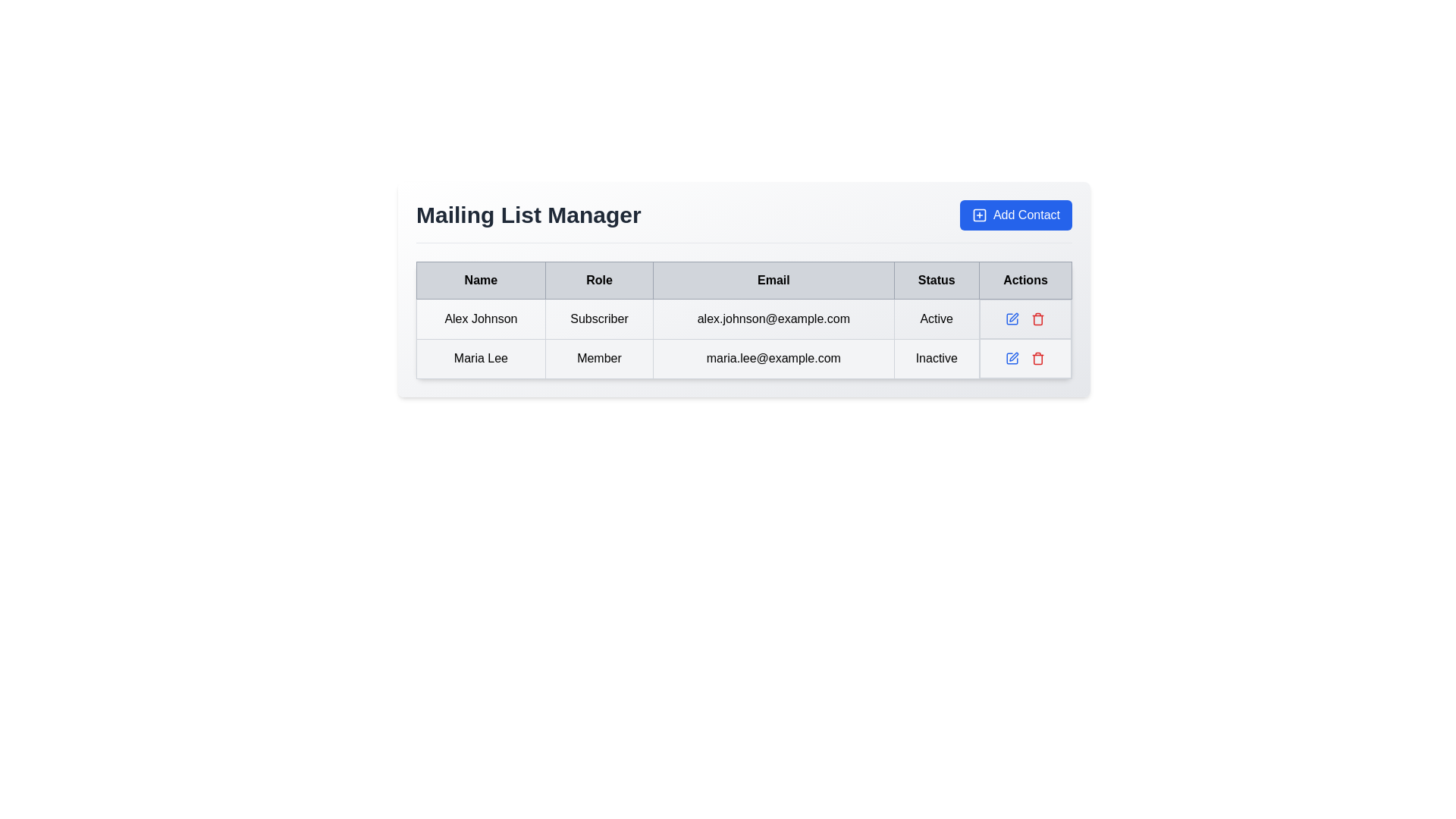 The image size is (1456, 819). What do you see at coordinates (773, 281) in the screenshot?
I see `the Table Header Cell labeled 'Email', which is the third cell from the left in the header row of the table, styled with a gray border and background` at bounding box center [773, 281].